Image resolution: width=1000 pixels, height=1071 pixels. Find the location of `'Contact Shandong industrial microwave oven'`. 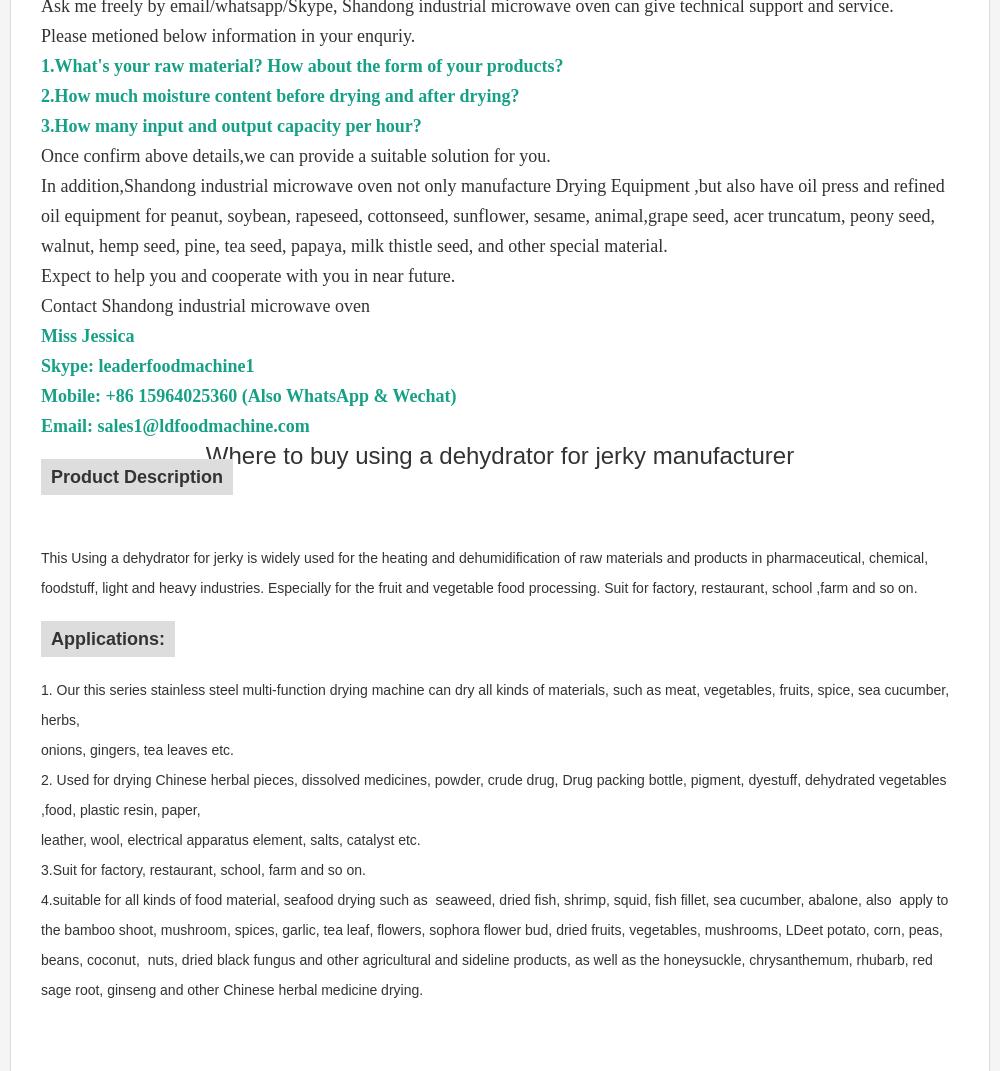

'Contact Shandong industrial microwave oven' is located at coordinates (41, 305).